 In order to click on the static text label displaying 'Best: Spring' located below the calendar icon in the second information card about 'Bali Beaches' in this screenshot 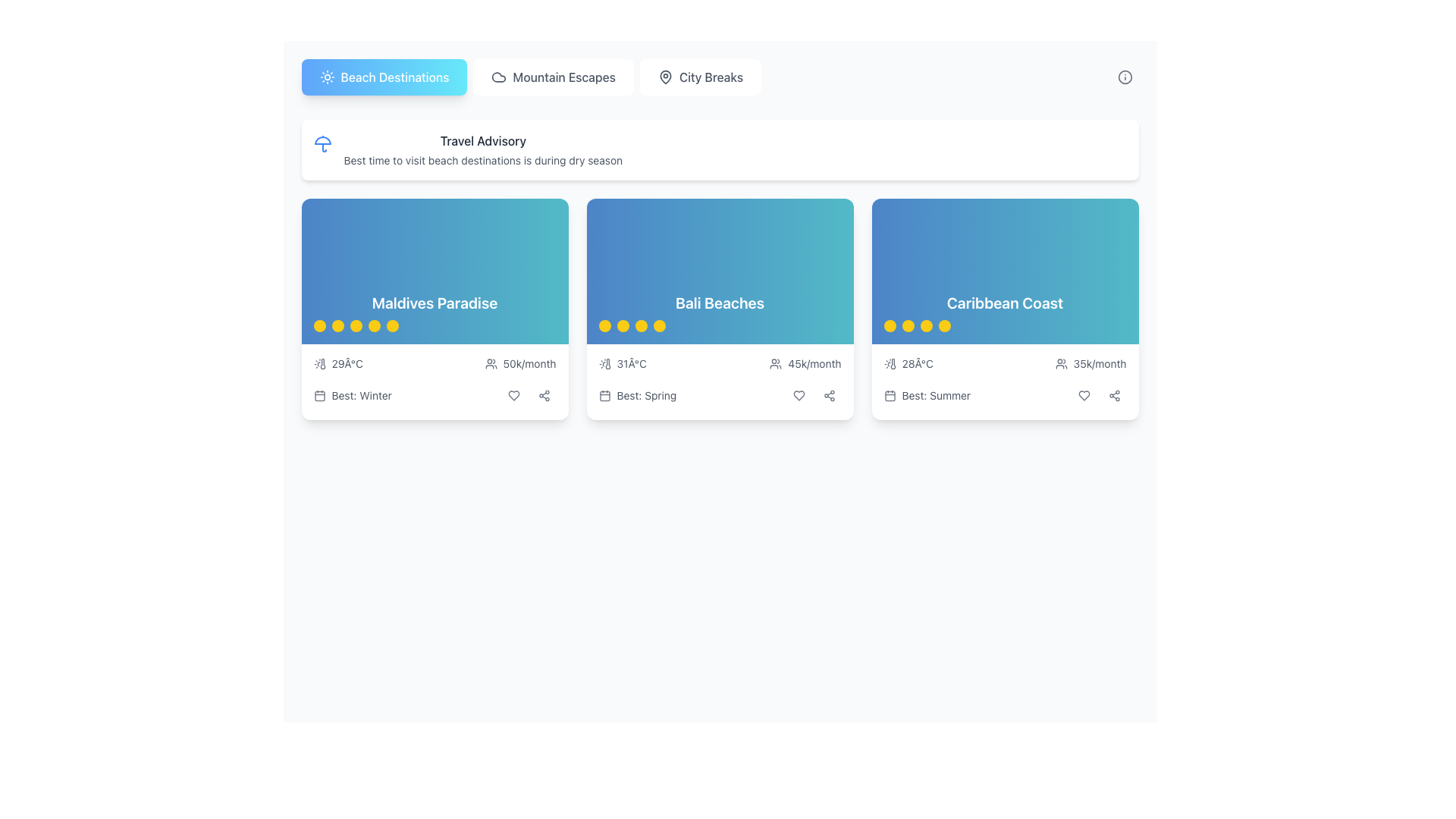, I will do `click(646, 394)`.